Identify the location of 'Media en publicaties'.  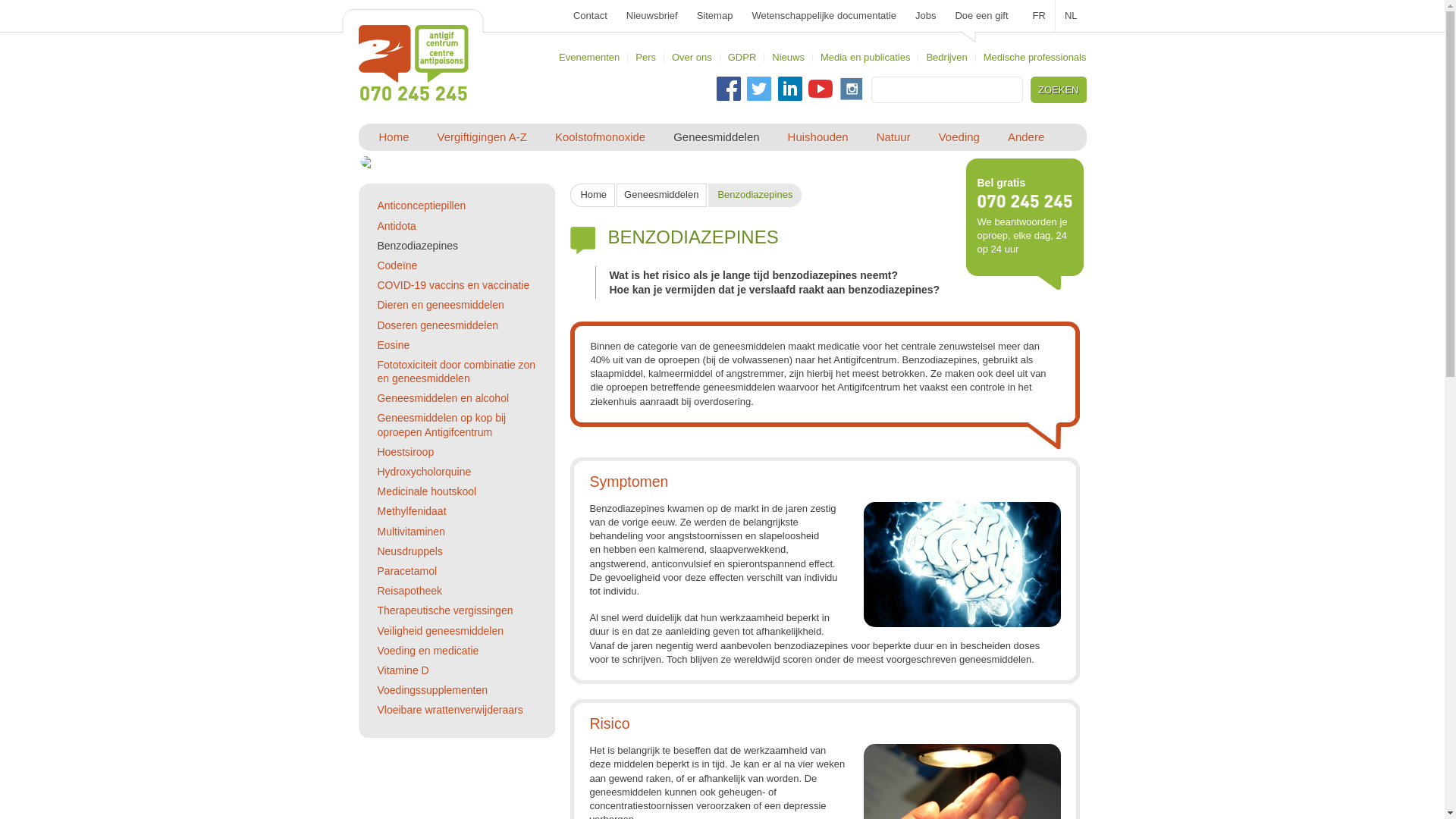
(865, 56).